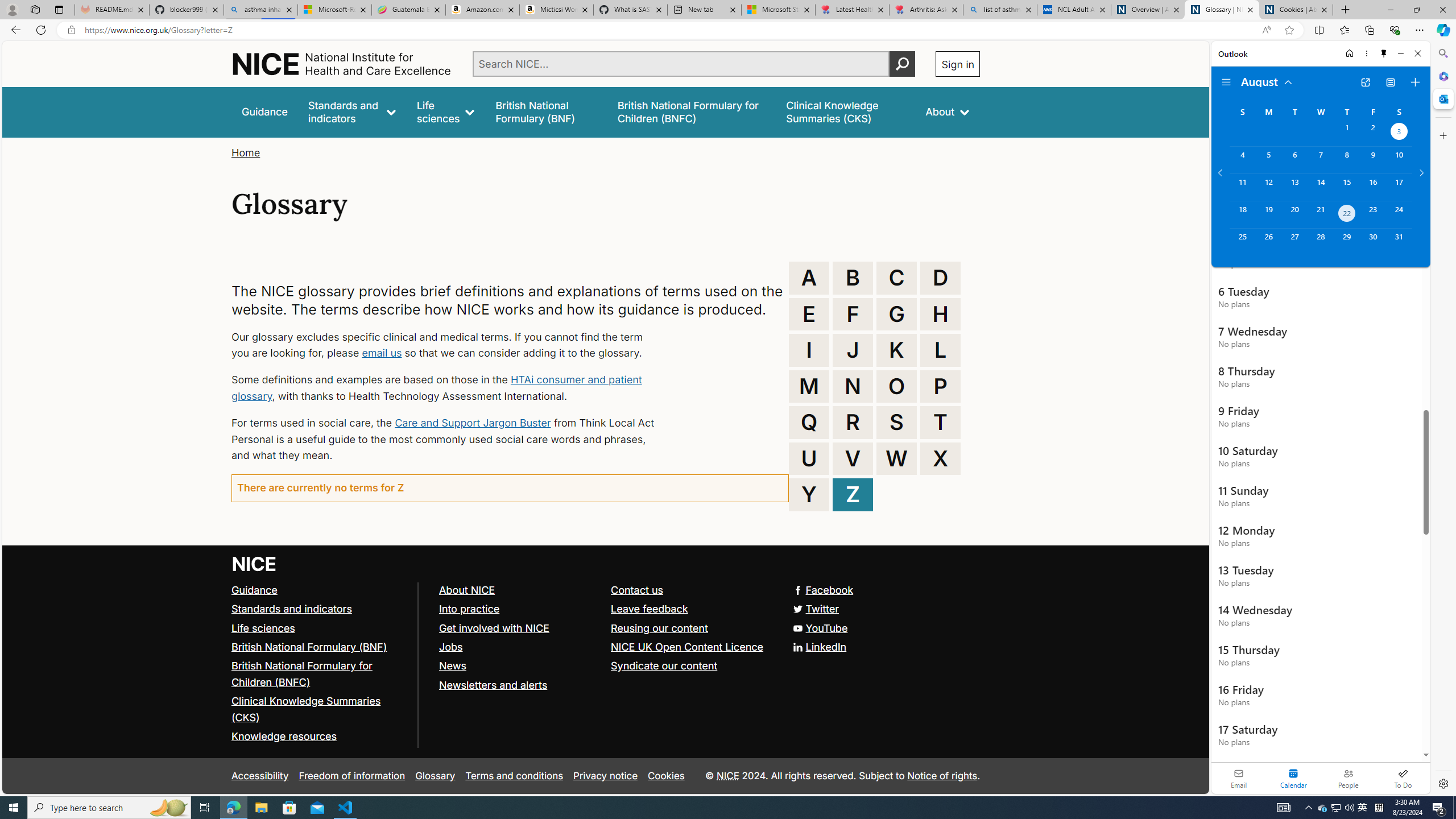 This screenshot has width=1456, height=819. I want to click on 'Accessibility', so click(259, 775).